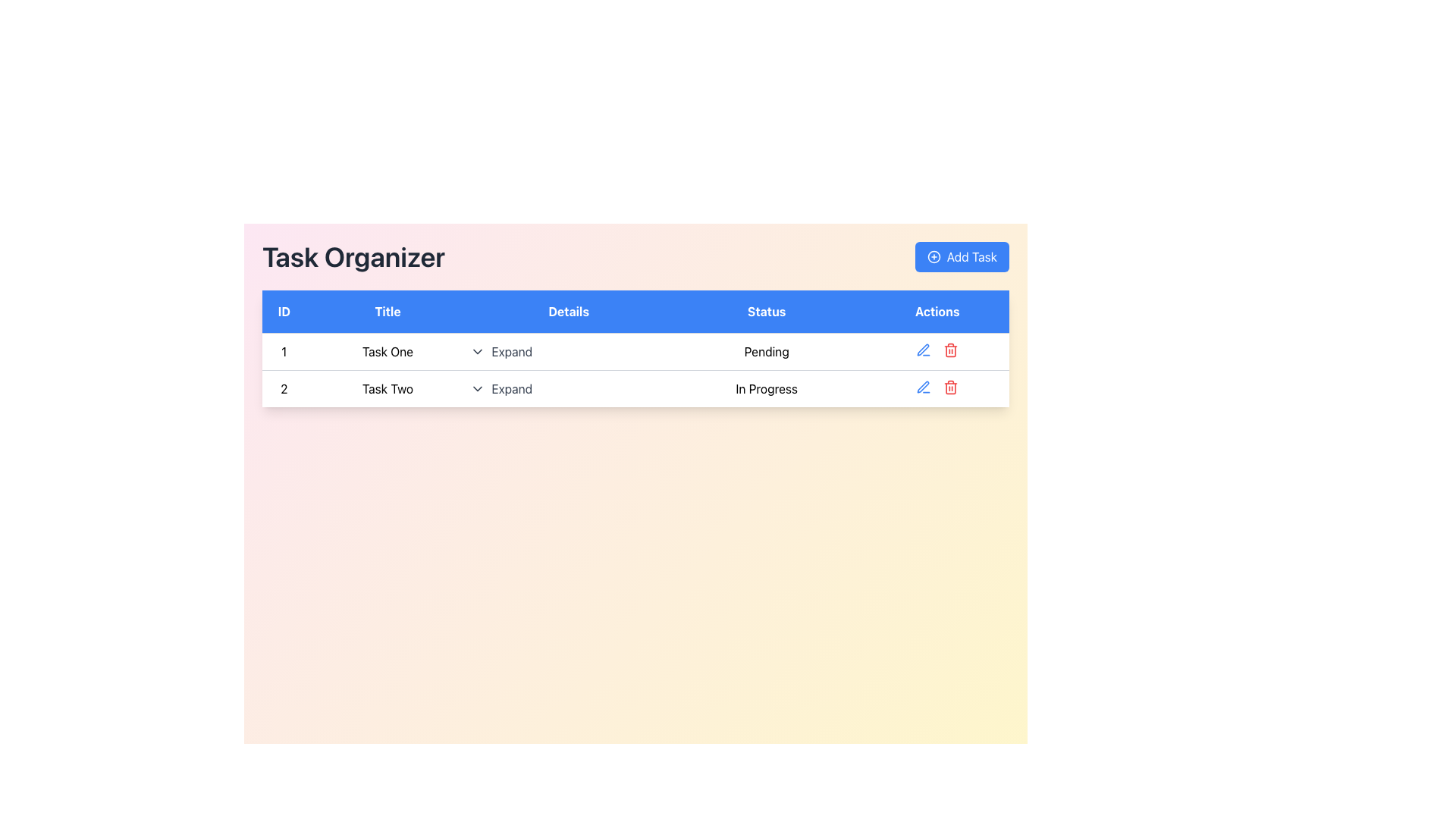  I want to click on the textual title for the first task entry in the table, labeled 'Task One', which is located in the 'Title' column of the first row, so click(388, 351).